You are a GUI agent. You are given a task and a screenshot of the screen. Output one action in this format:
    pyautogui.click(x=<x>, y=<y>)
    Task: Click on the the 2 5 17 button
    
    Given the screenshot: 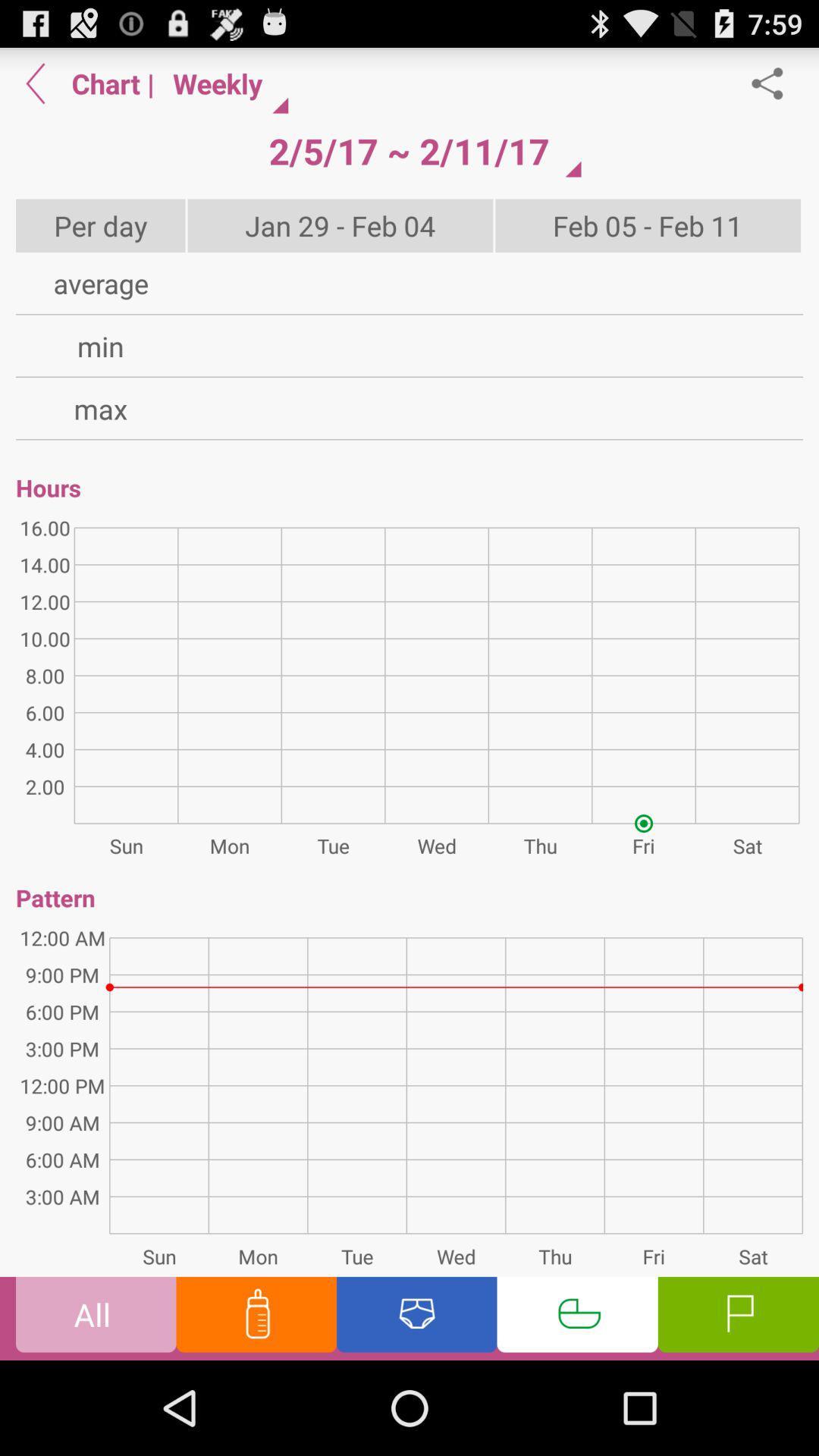 What is the action you would take?
    pyautogui.click(x=408, y=151)
    